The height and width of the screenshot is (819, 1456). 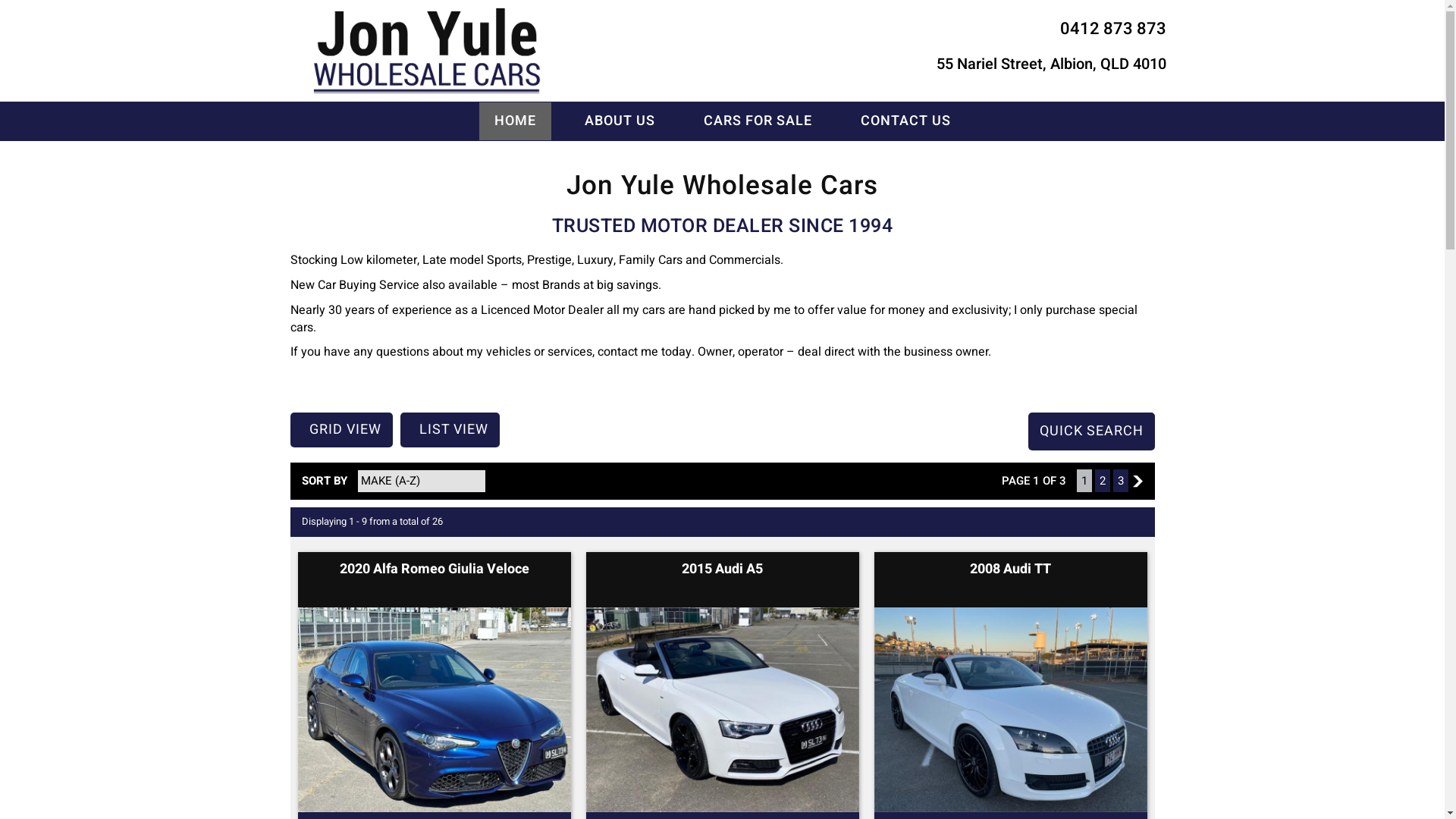 I want to click on '2020 Alfa Romeo Giulia Veloce', so click(x=338, y=569).